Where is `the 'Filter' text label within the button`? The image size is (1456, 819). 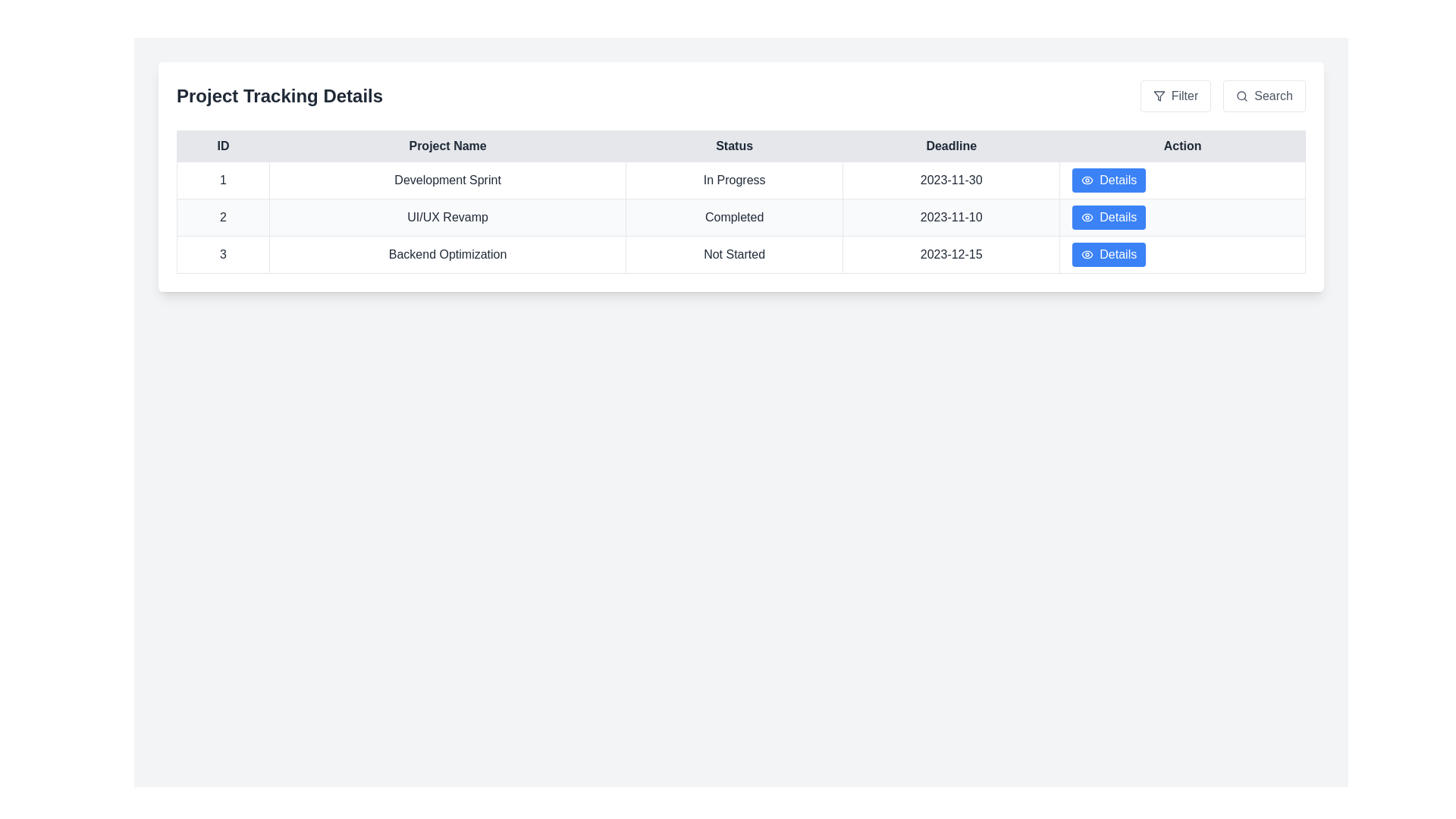
the 'Filter' text label within the button is located at coordinates (1183, 96).